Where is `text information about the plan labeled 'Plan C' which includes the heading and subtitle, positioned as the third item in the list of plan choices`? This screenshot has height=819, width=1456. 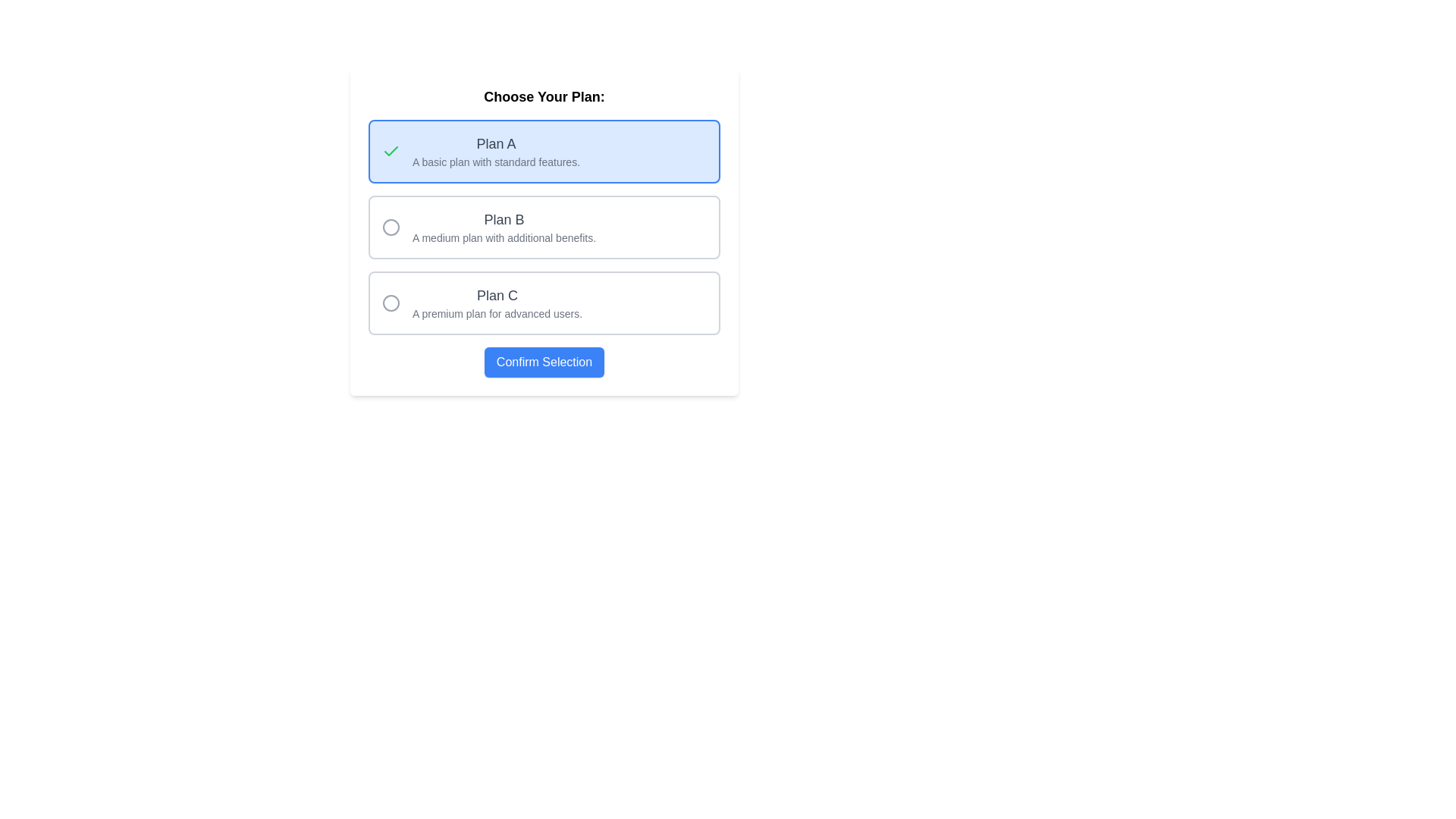 text information about the plan labeled 'Plan C' which includes the heading and subtitle, positioned as the third item in the list of plan choices is located at coordinates (482, 303).